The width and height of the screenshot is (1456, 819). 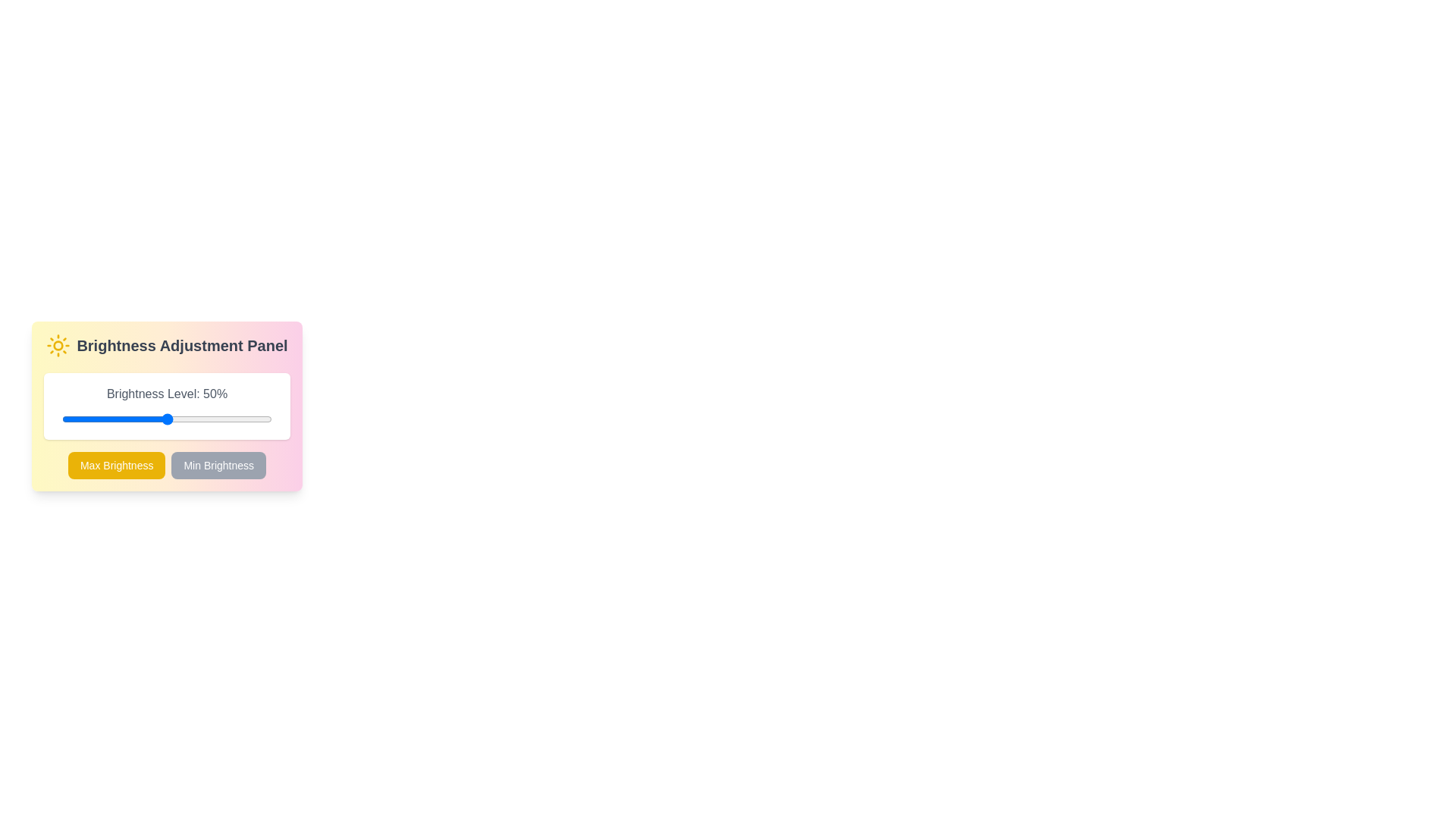 What do you see at coordinates (140, 419) in the screenshot?
I see `the brightness by dragging the slider to 37%` at bounding box center [140, 419].